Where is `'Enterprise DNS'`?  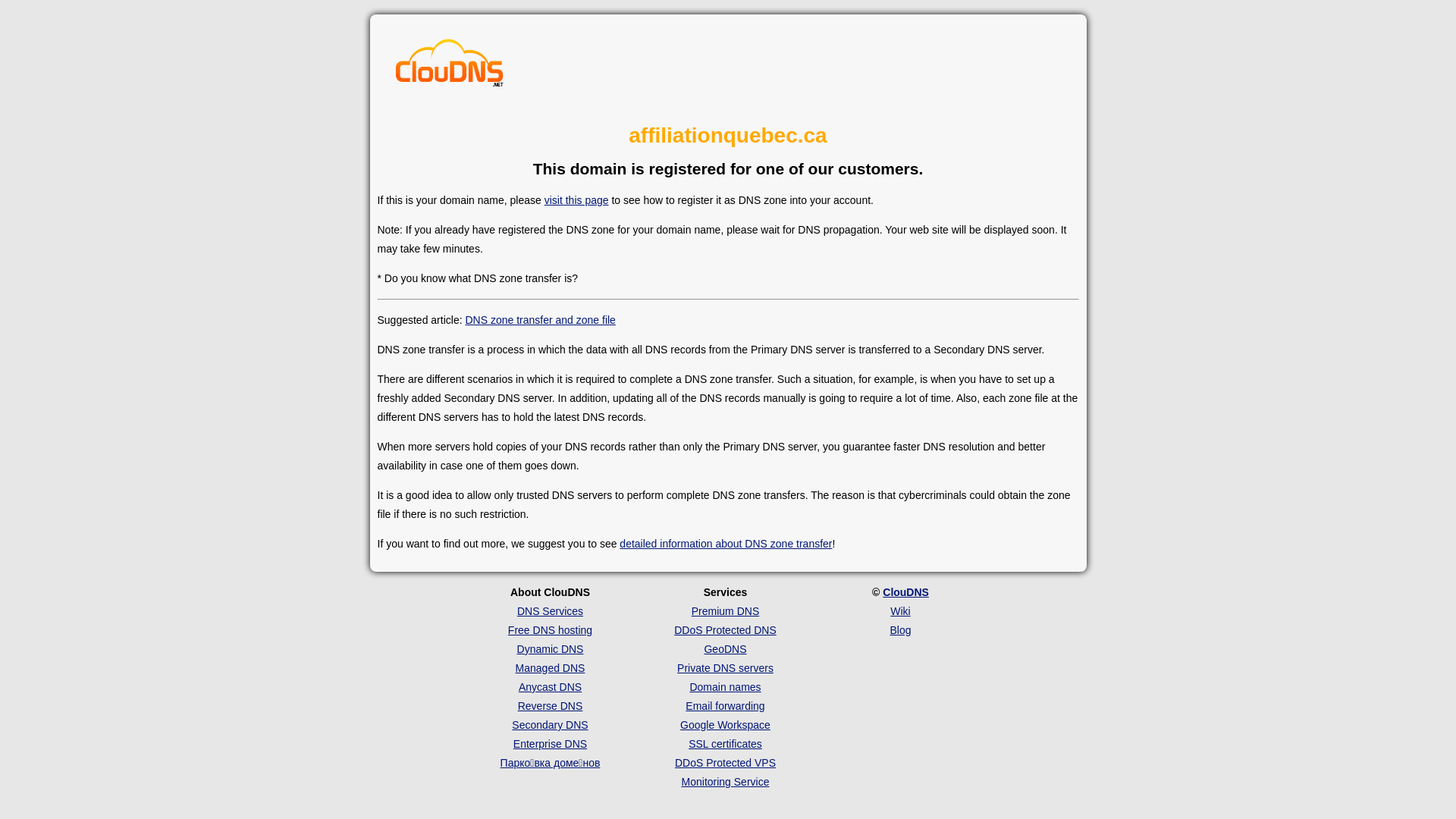
'Enterprise DNS' is located at coordinates (549, 742).